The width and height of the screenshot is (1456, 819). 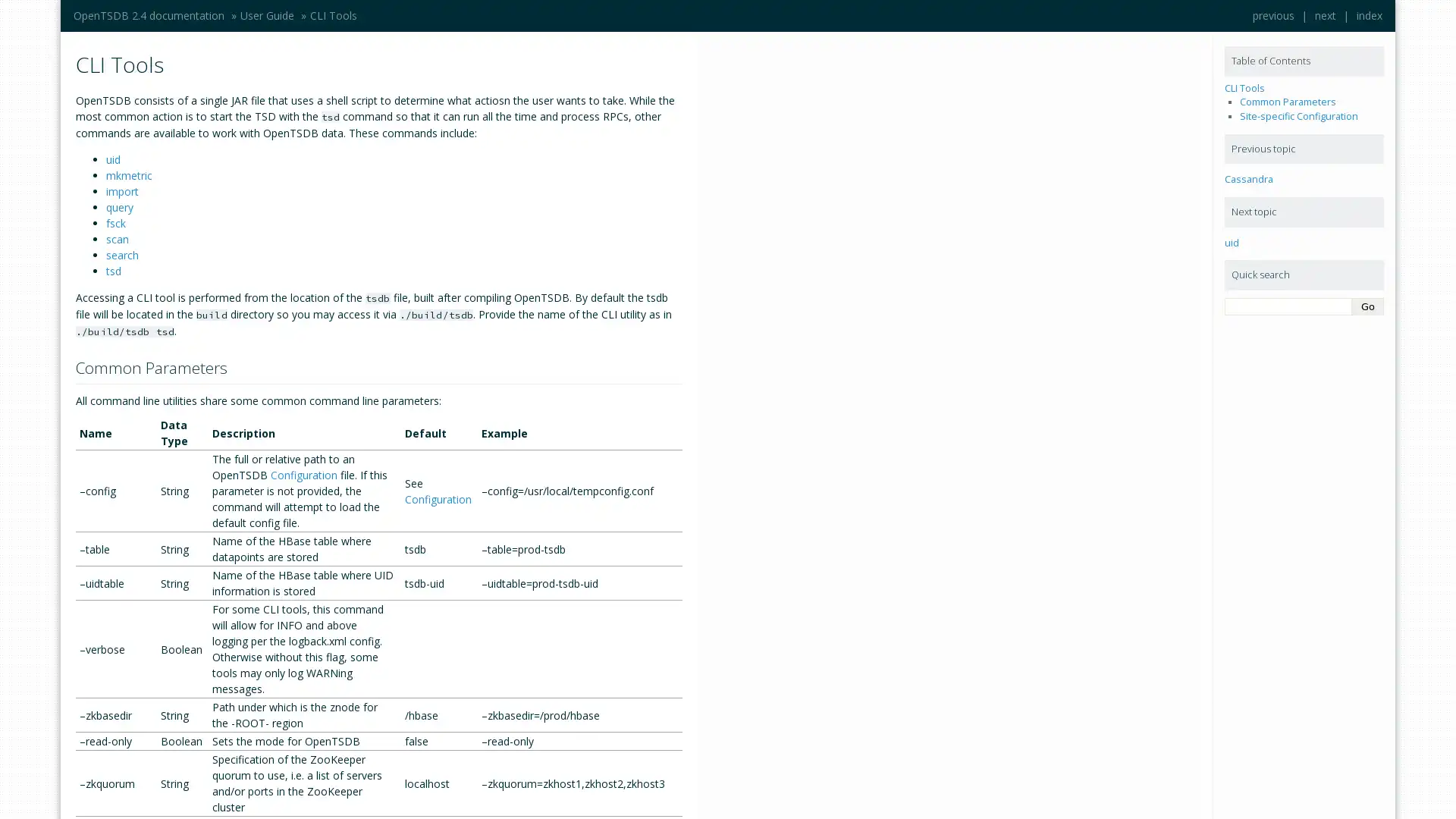 What do you see at coordinates (1368, 306) in the screenshot?
I see `Go` at bounding box center [1368, 306].